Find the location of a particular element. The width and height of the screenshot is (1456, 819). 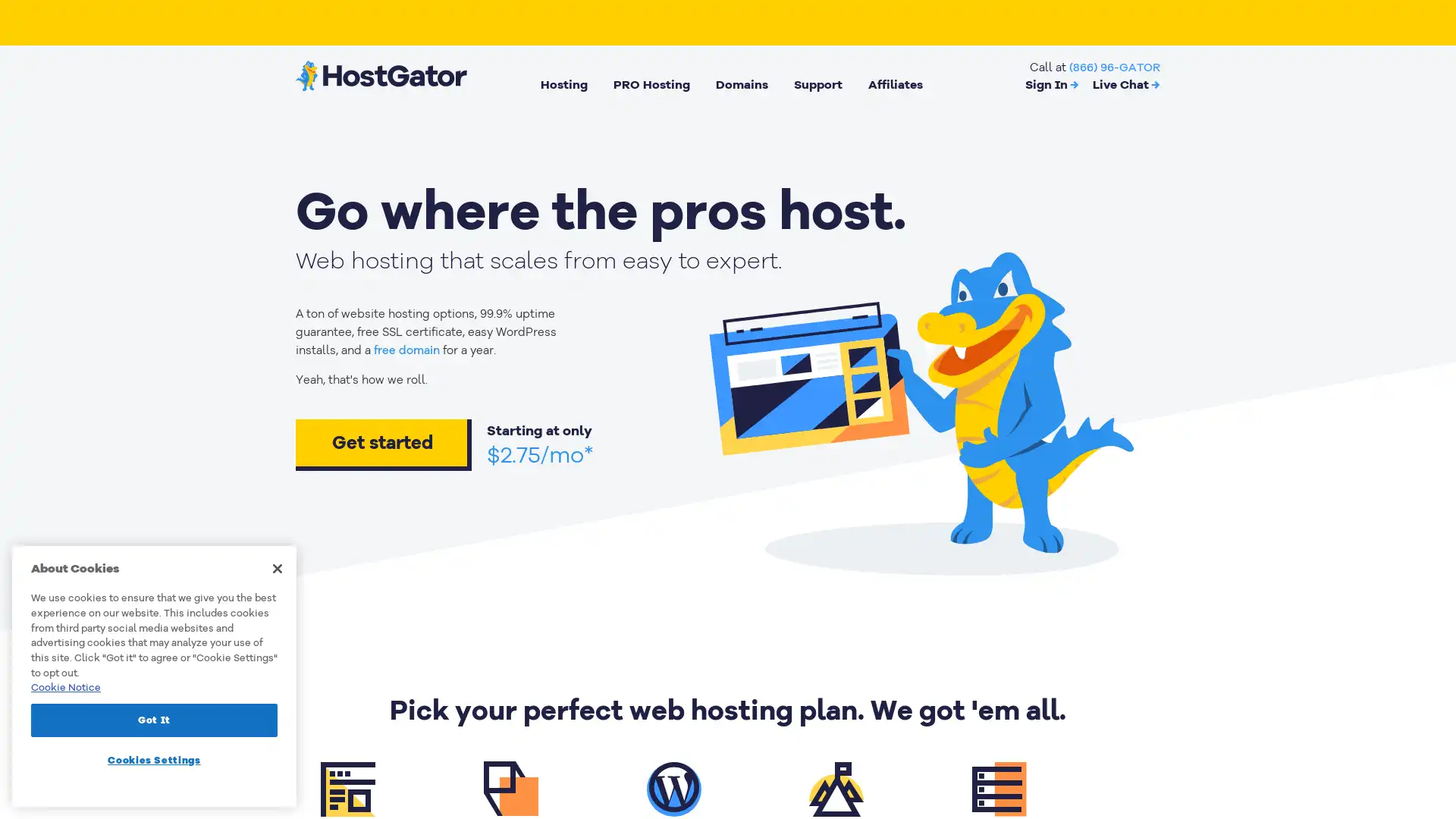

Got It is located at coordinates (154, 719).